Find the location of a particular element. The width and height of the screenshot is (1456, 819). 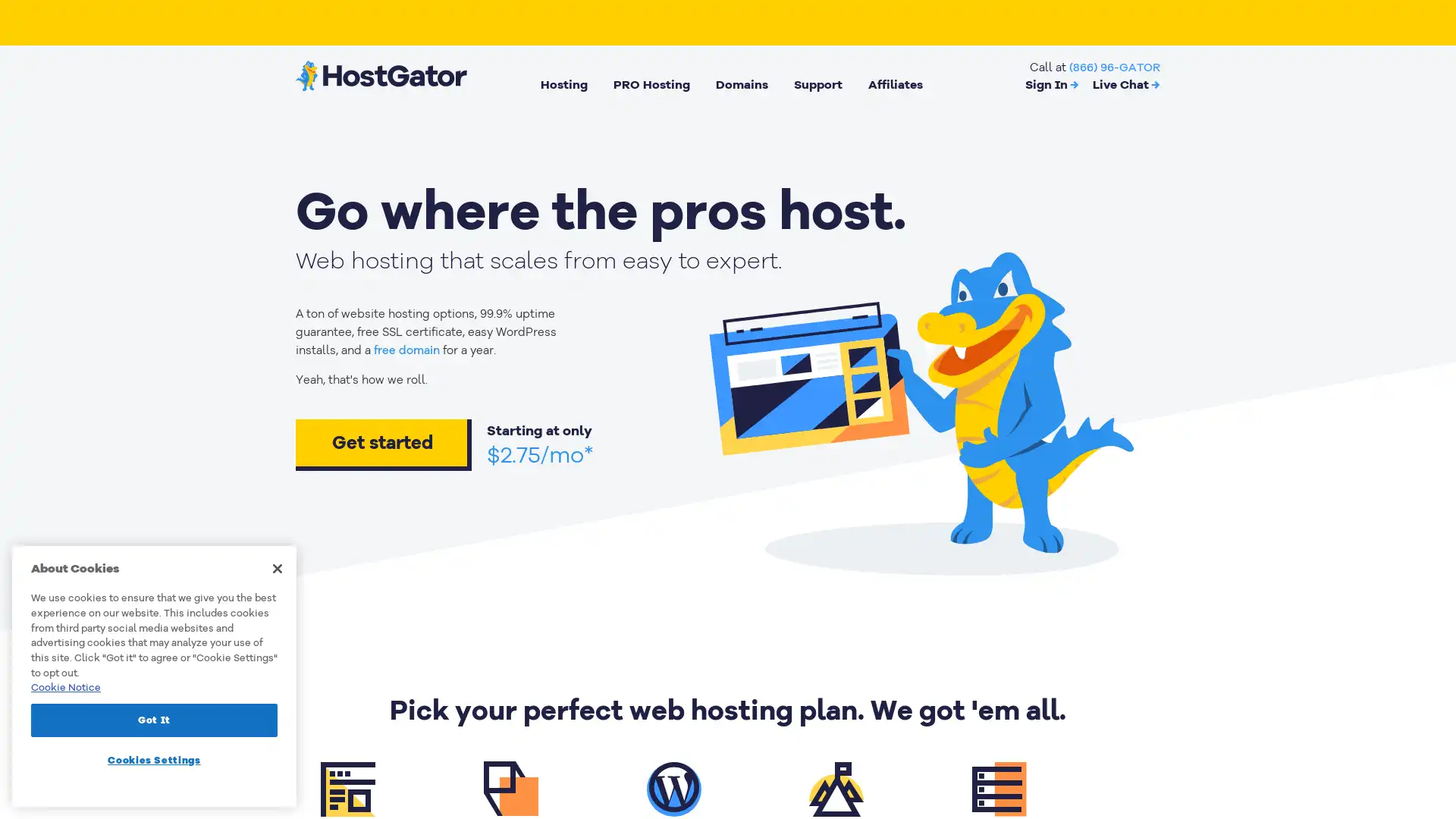

Got It is located at coordinates (154, 719).